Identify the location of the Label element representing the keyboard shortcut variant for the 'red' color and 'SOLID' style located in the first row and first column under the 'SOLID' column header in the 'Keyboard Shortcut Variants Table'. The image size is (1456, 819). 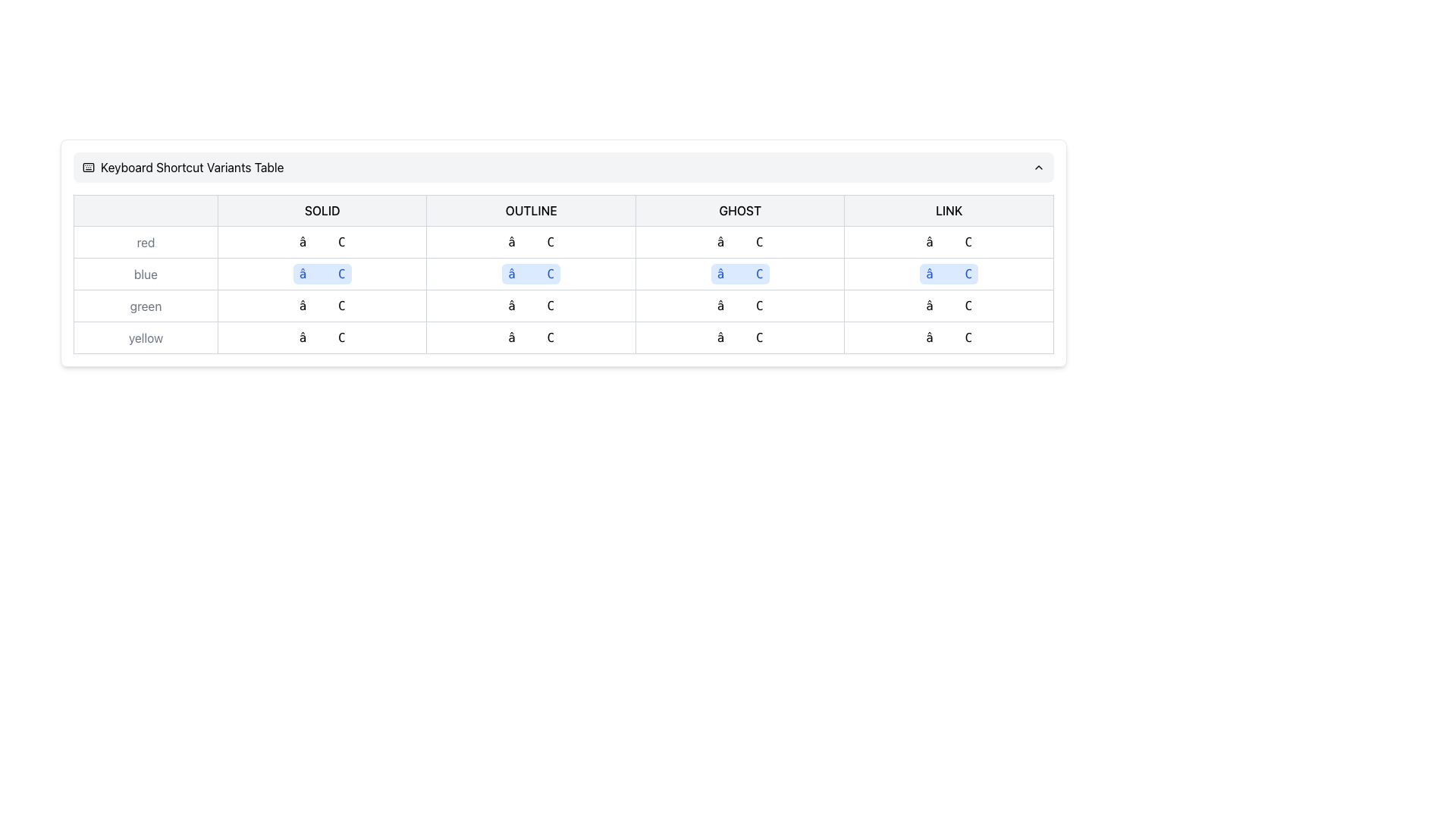
(322, 241).